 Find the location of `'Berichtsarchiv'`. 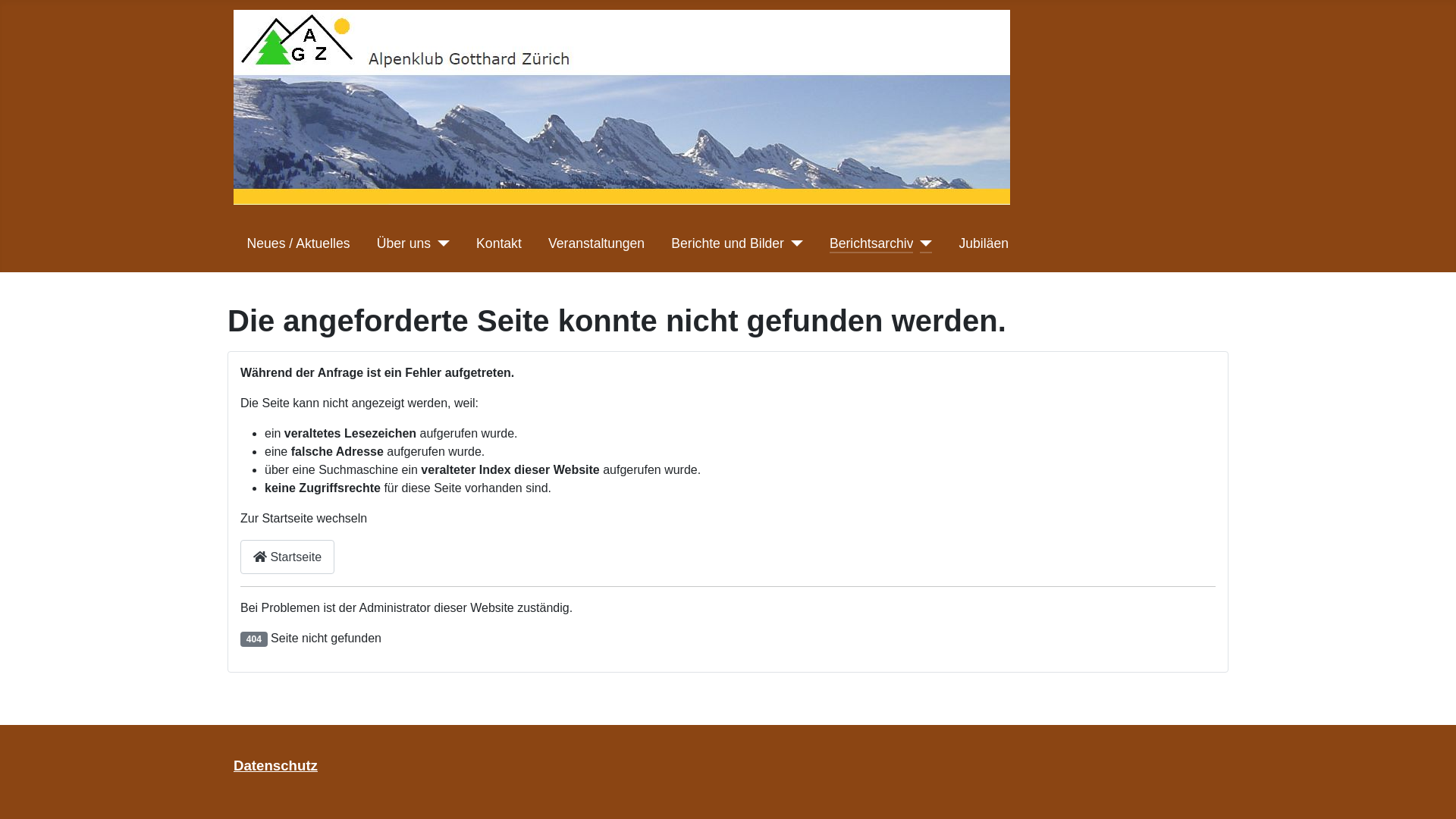

'Berichtsarchiv' is located at coordinates (871, 242).